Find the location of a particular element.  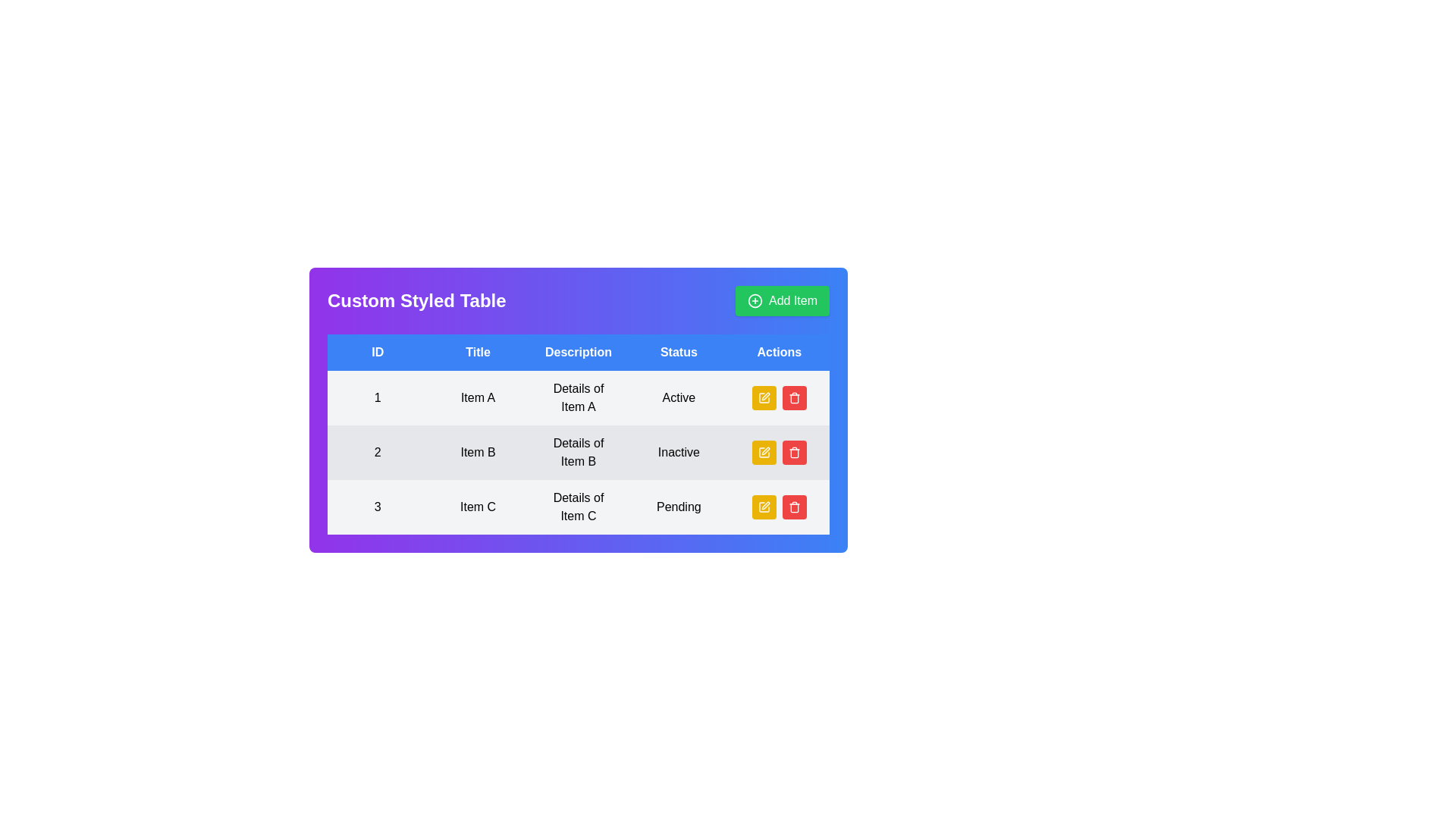

the deletion button located in the 'Actions' column of the table to change its background color is located at coordinates (793, 397).